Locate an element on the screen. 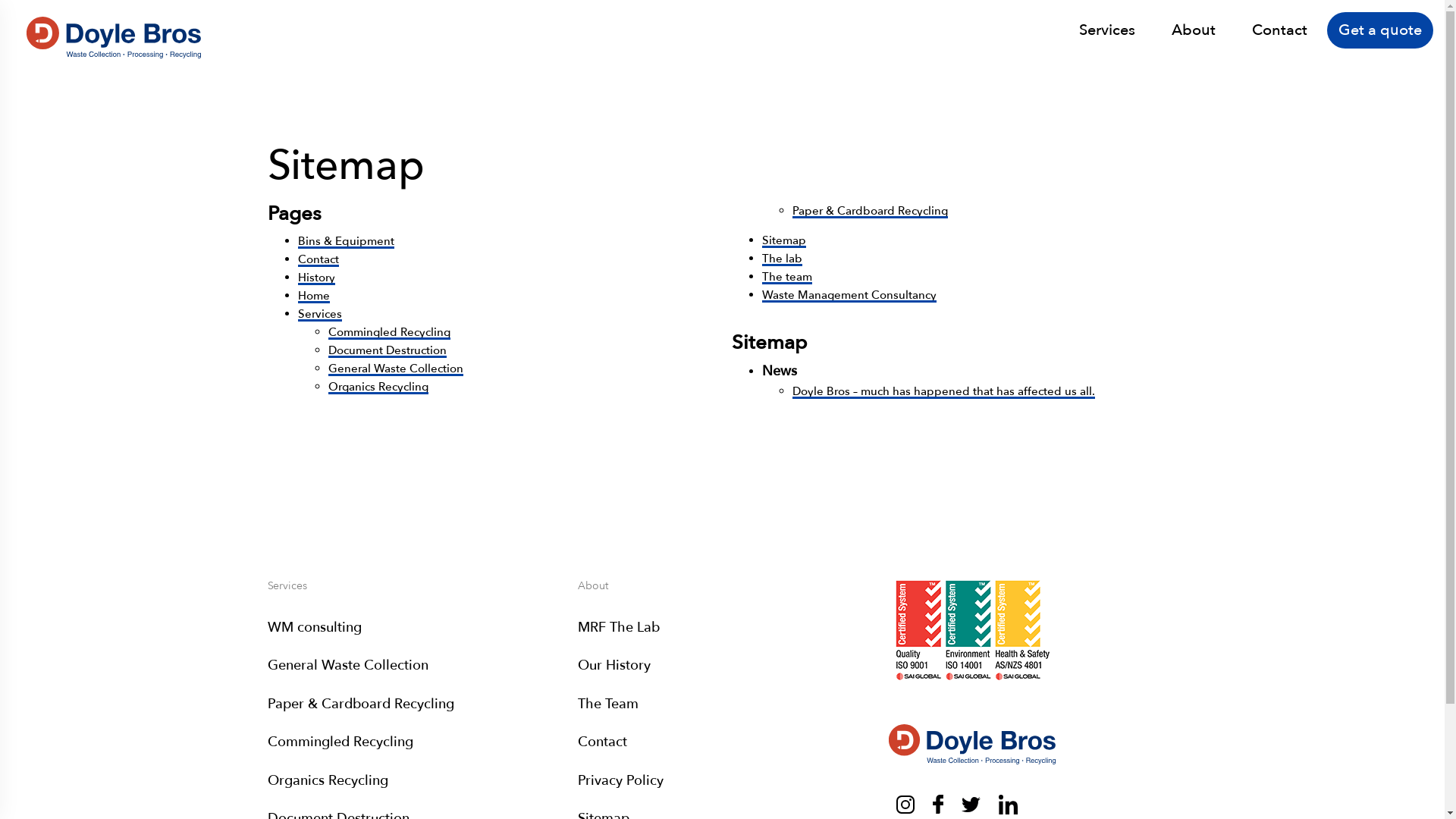 This screenshot has width=1456, height=819. 'History' is located at coordinates (315, 278).